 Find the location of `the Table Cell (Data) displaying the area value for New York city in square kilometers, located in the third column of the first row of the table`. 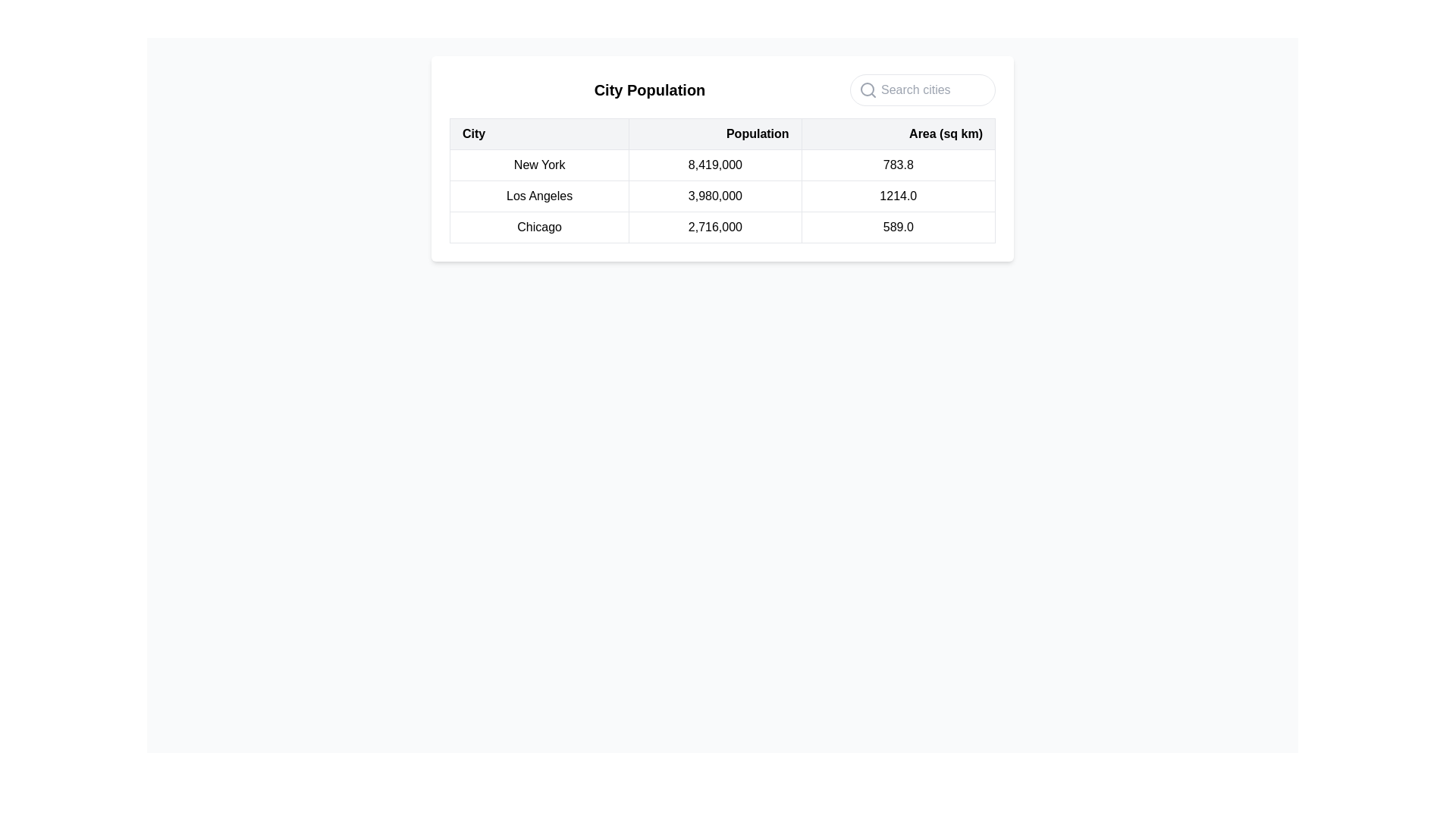

the Table Cell (Data) displaying the area value for New York city in square kilometers, located in the third column of the first row of the table is located at coordinates (898, 165).